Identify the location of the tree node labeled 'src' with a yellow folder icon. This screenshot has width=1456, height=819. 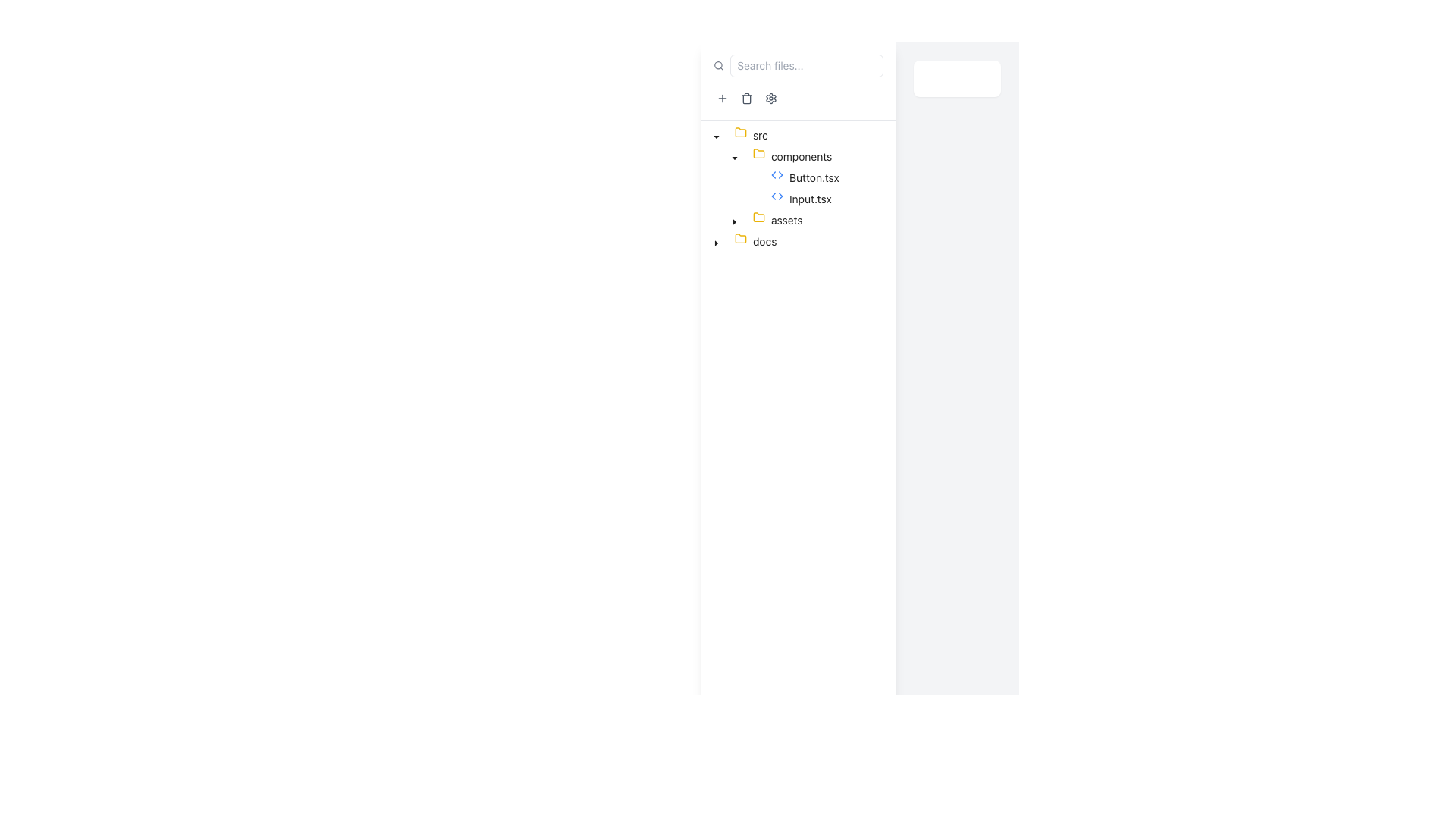
(740, 134).